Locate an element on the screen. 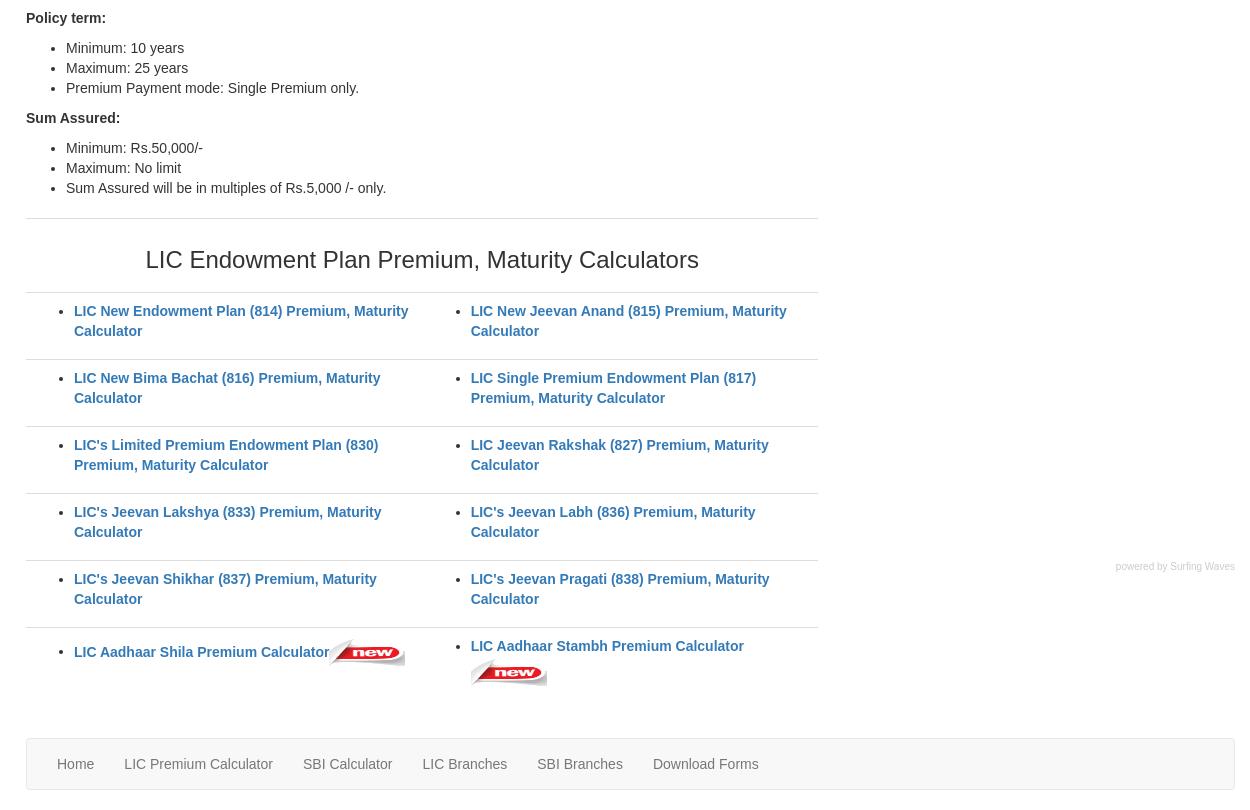 The image size is (1250, 810). 'LIC Jeevan Rakshak (827) Premium, Maturity  Calculator' is located at coordinates (618, 454).